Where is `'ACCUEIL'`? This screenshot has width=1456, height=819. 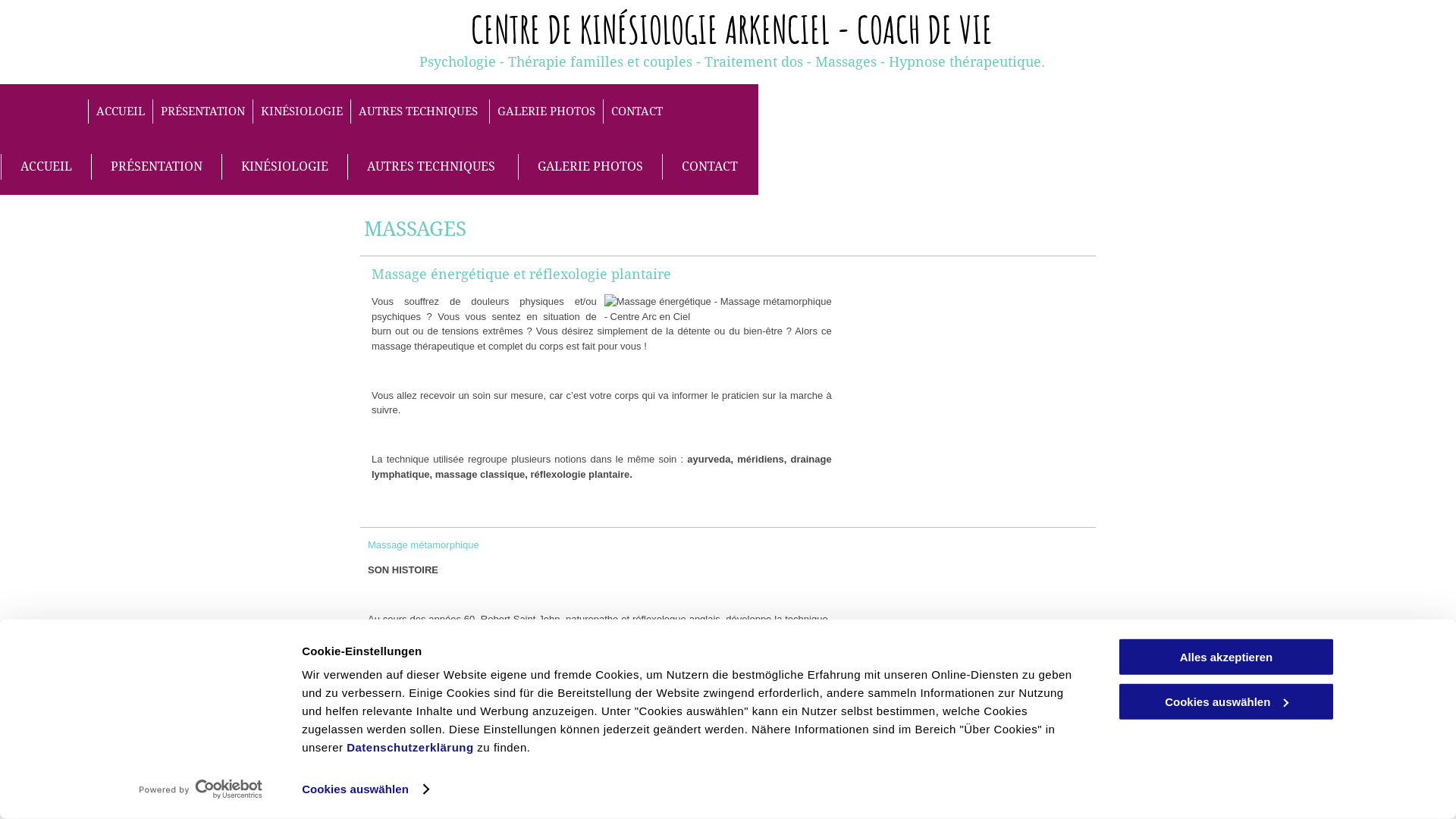
'ACCUEIL' is located at coordinates (86, 111).